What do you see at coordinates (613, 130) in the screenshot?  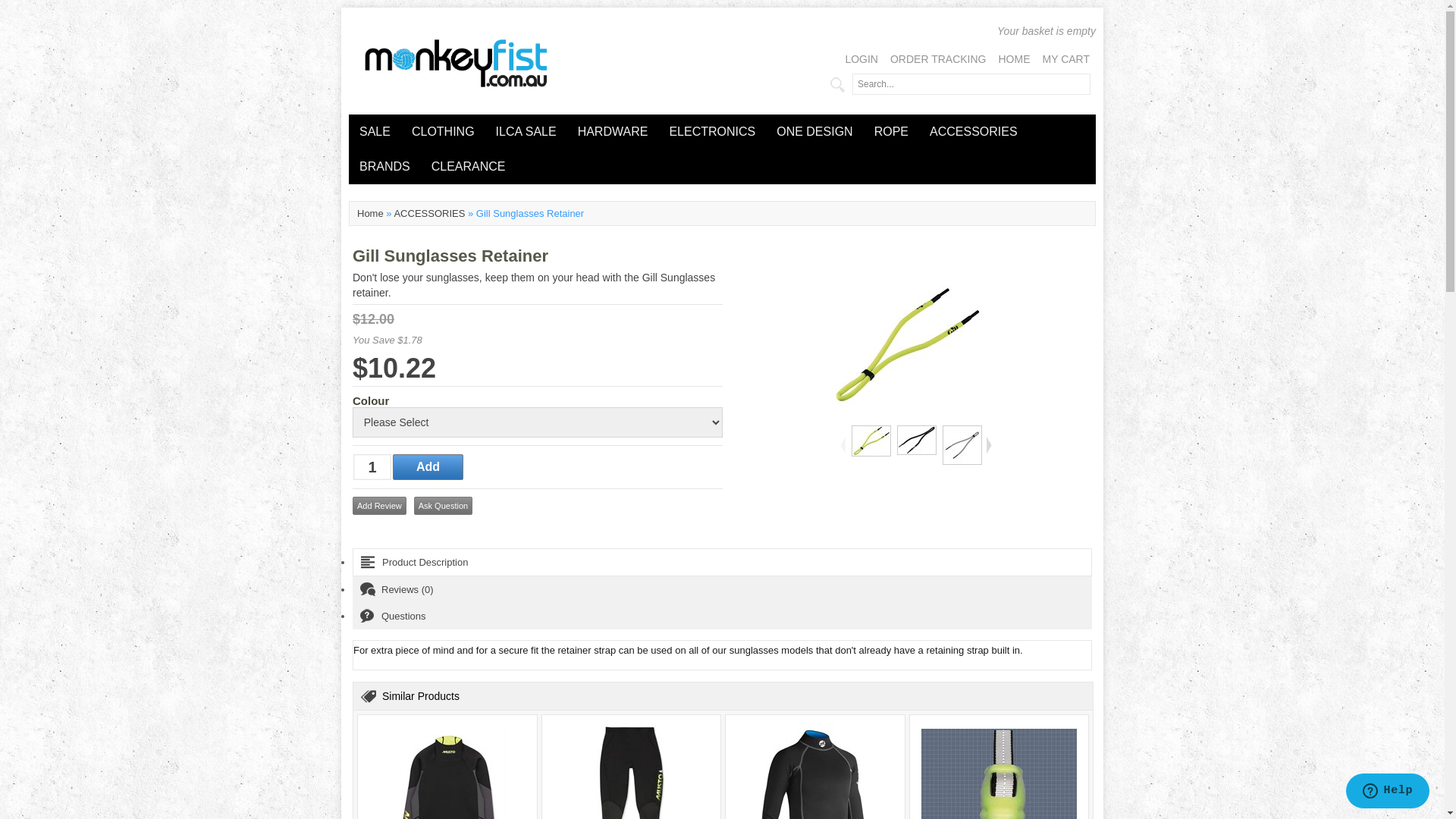 I see `'HARDWARE'` at bounding box center [613, 130].